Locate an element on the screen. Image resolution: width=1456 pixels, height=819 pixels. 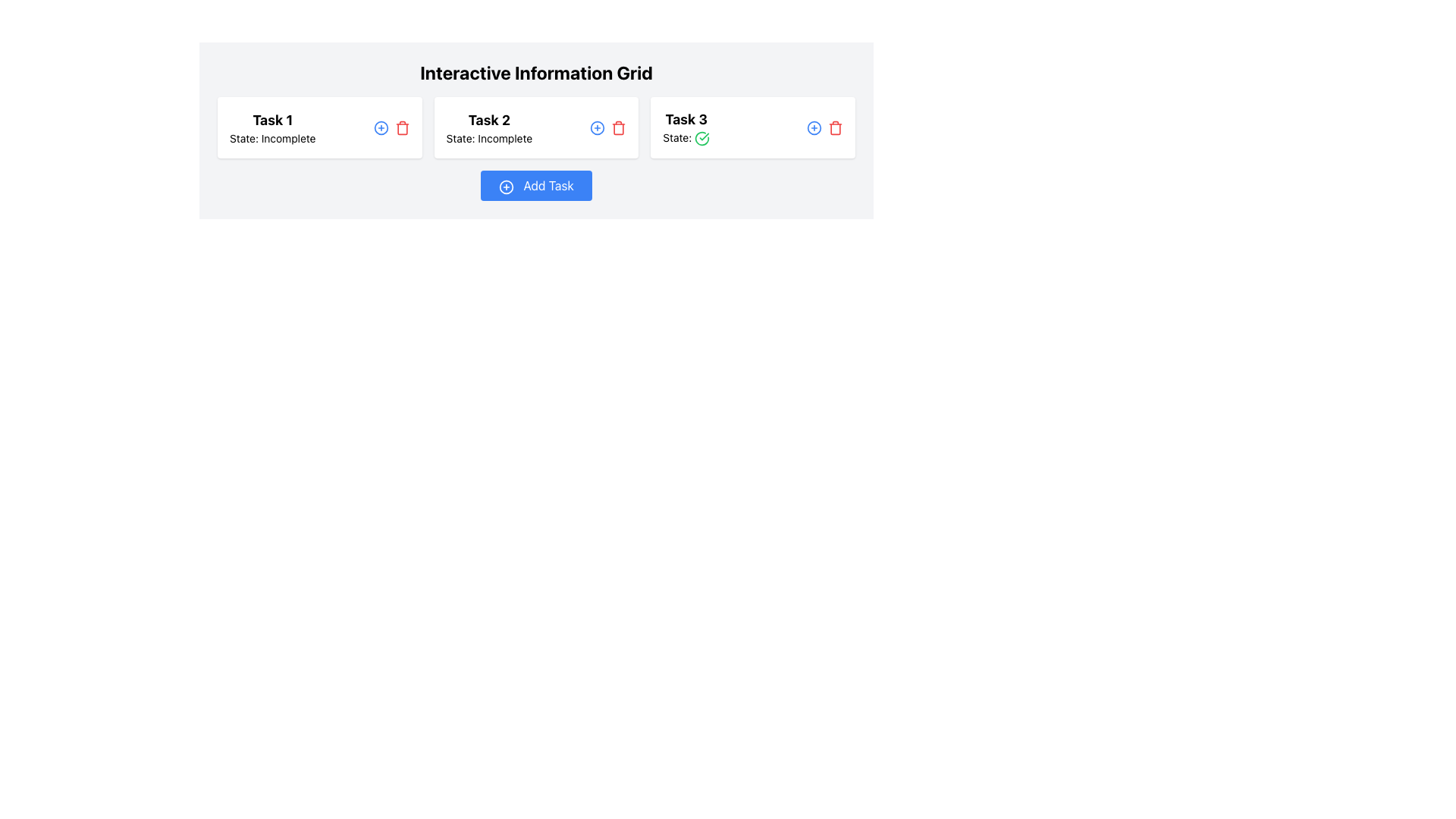
the circular green icon located in the third task card labeled 'Task 3', positioned to the left of the '+' icon is located at coordinates (701, 138).